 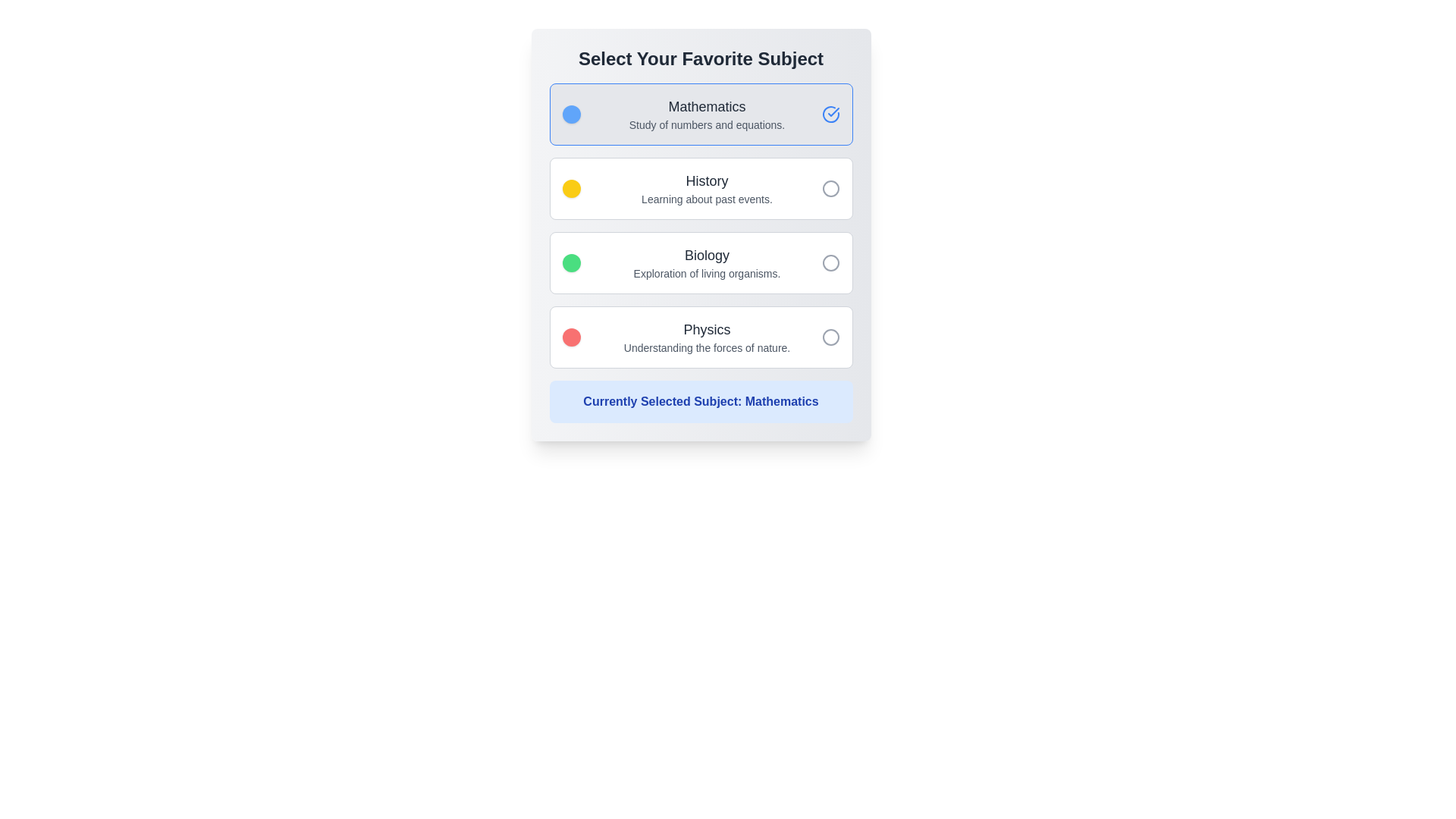 What do you see at coordinates (706, 262) in the screenshot?
I see `the text display element that reads 'Biology' in bold and 'Exploration of living organisms' in smaller gray text, which is located in the third row of a vertically stacked card-style list` at bounding box center [706, 262].